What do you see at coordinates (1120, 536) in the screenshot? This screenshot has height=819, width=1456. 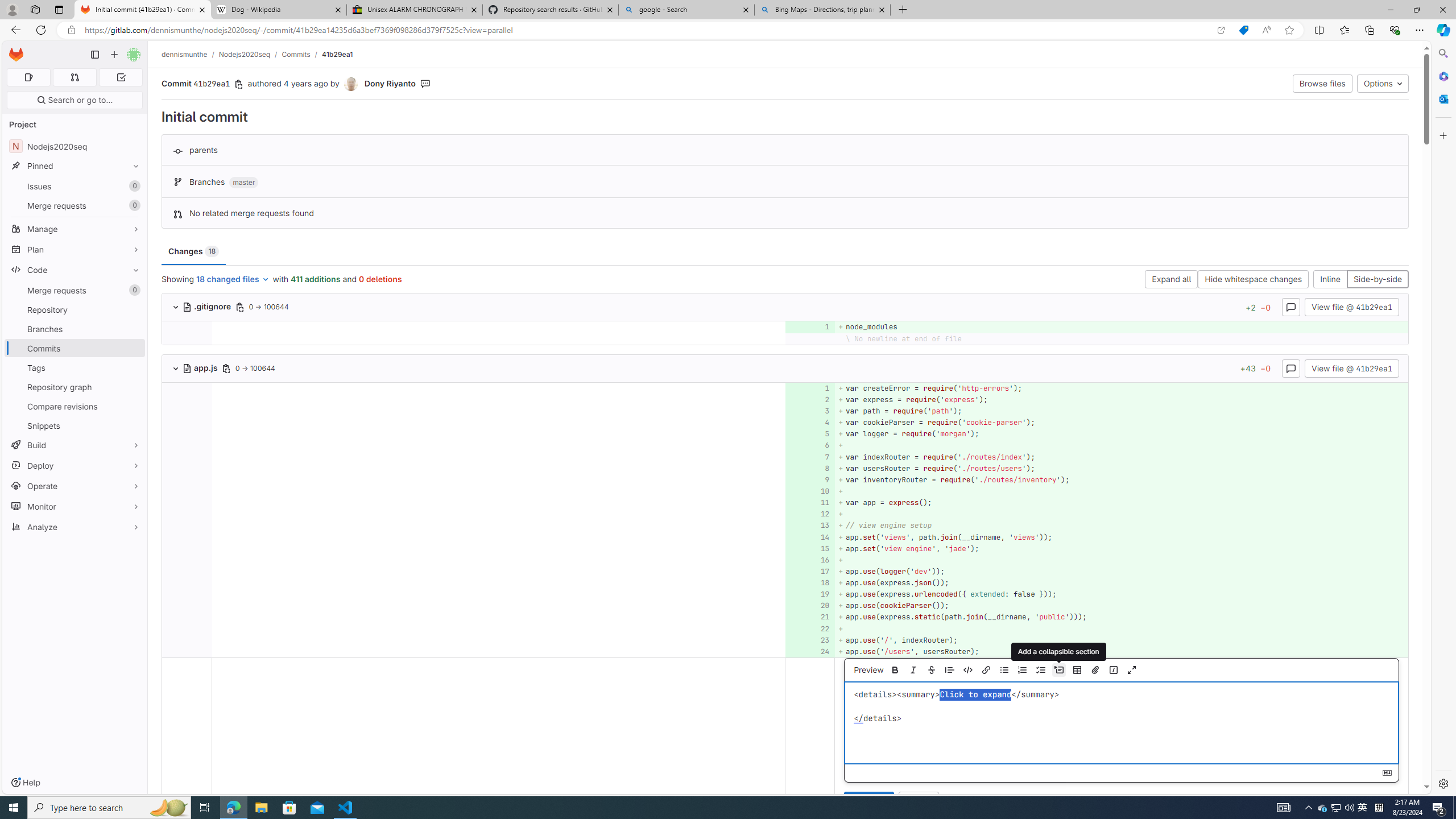 I see `'+ app.set('` at bounding box center [1120, 536].